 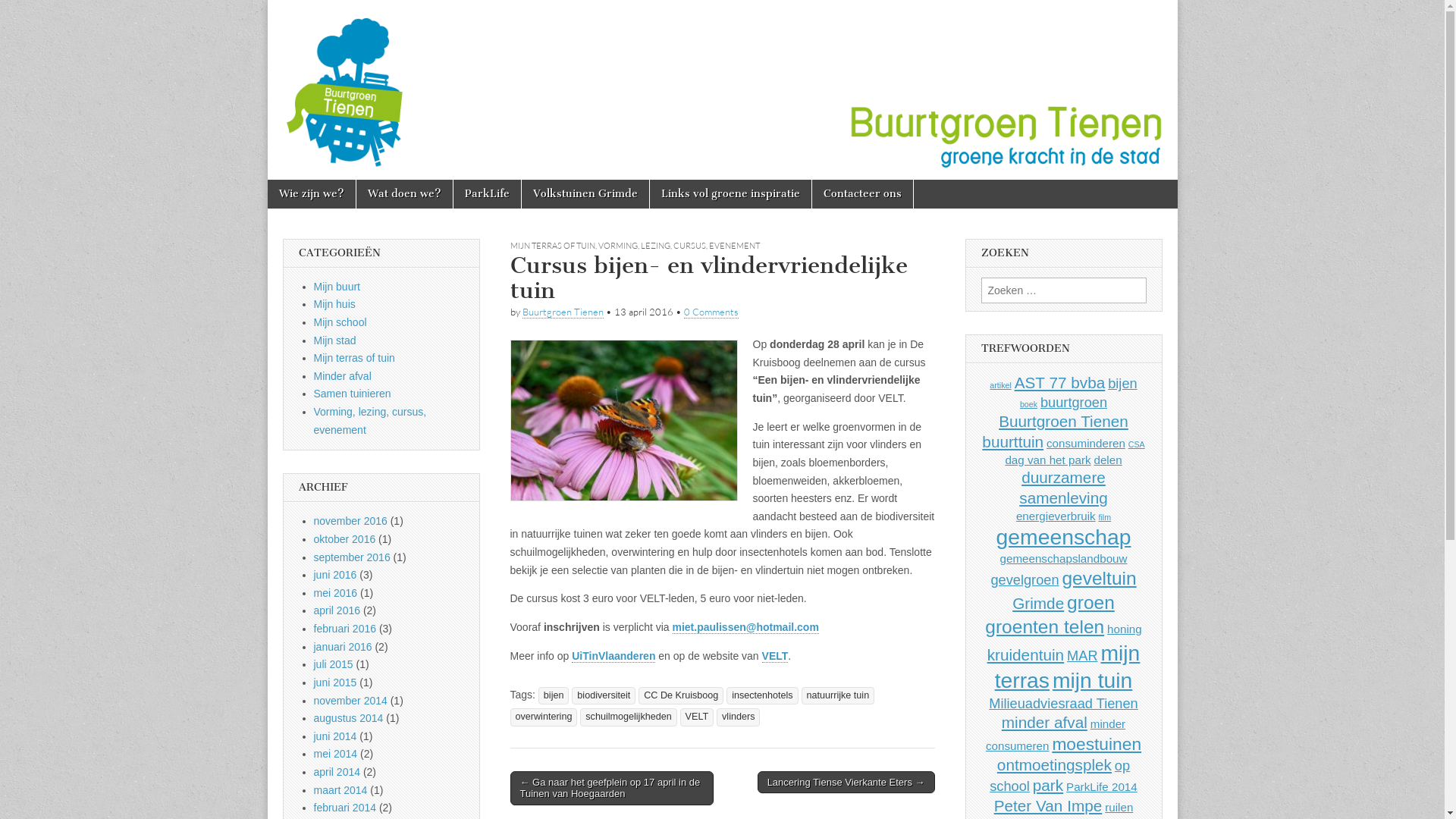 What do you see at coordinates (487, 193) in the screenshot?
I see `'ParkLife'` at bounding box center [487, 193].